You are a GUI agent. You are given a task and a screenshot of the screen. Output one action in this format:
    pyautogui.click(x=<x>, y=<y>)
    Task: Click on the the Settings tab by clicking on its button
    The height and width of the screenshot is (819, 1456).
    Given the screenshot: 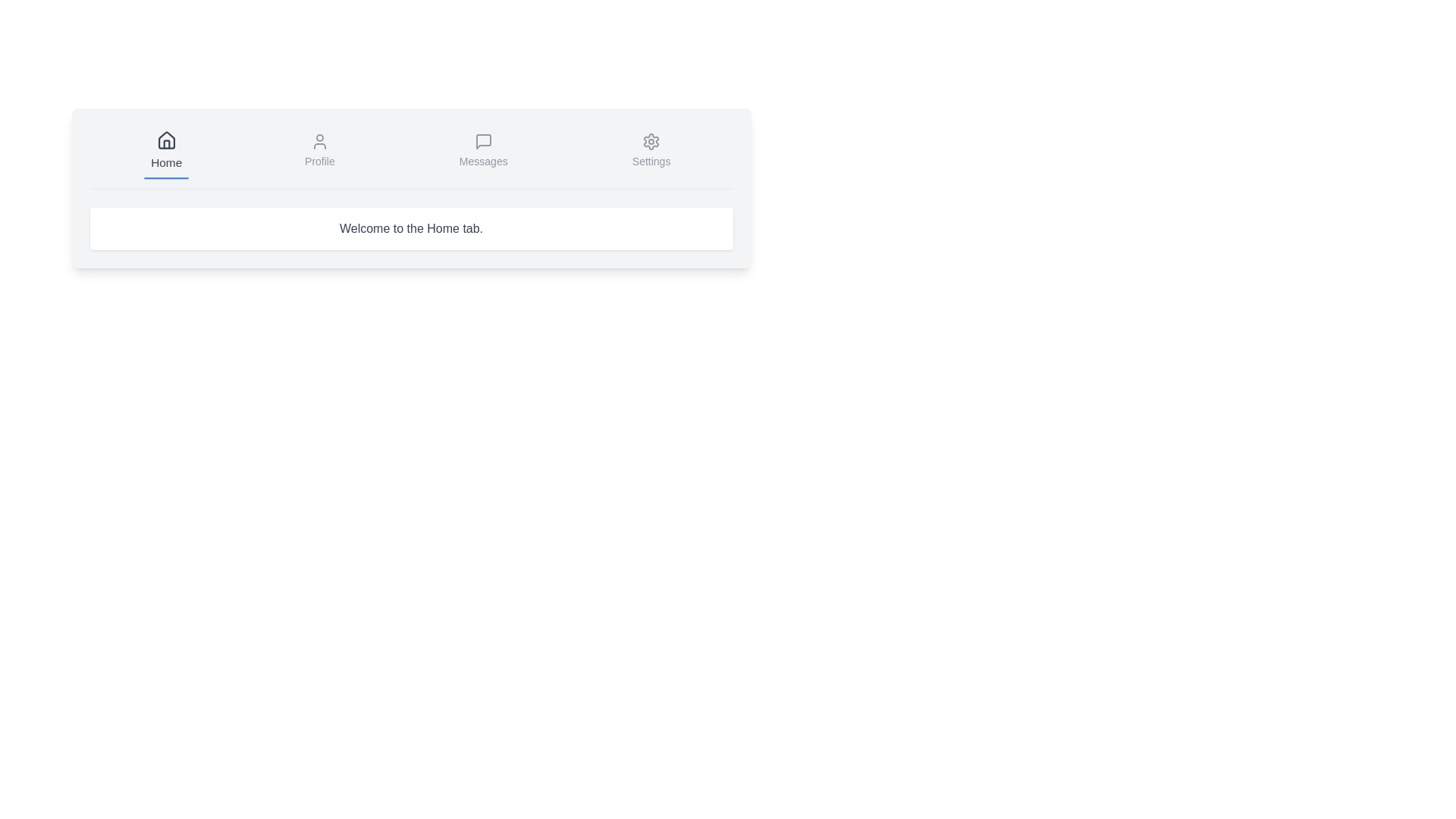 What is the action you would take?
    pyautogui.click(x=651, y=152)
    